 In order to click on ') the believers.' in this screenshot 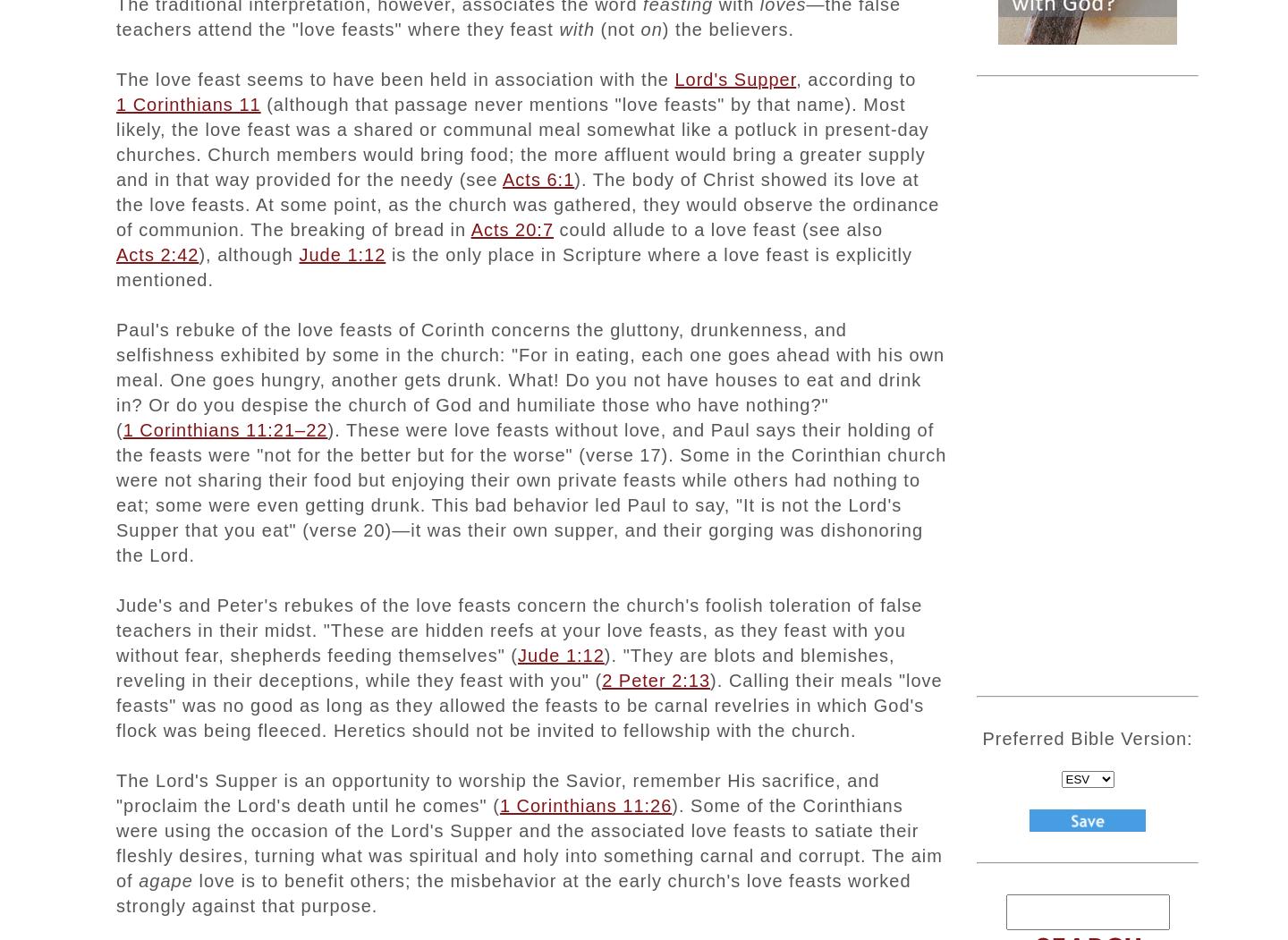, I will do `click(728, 28)`.